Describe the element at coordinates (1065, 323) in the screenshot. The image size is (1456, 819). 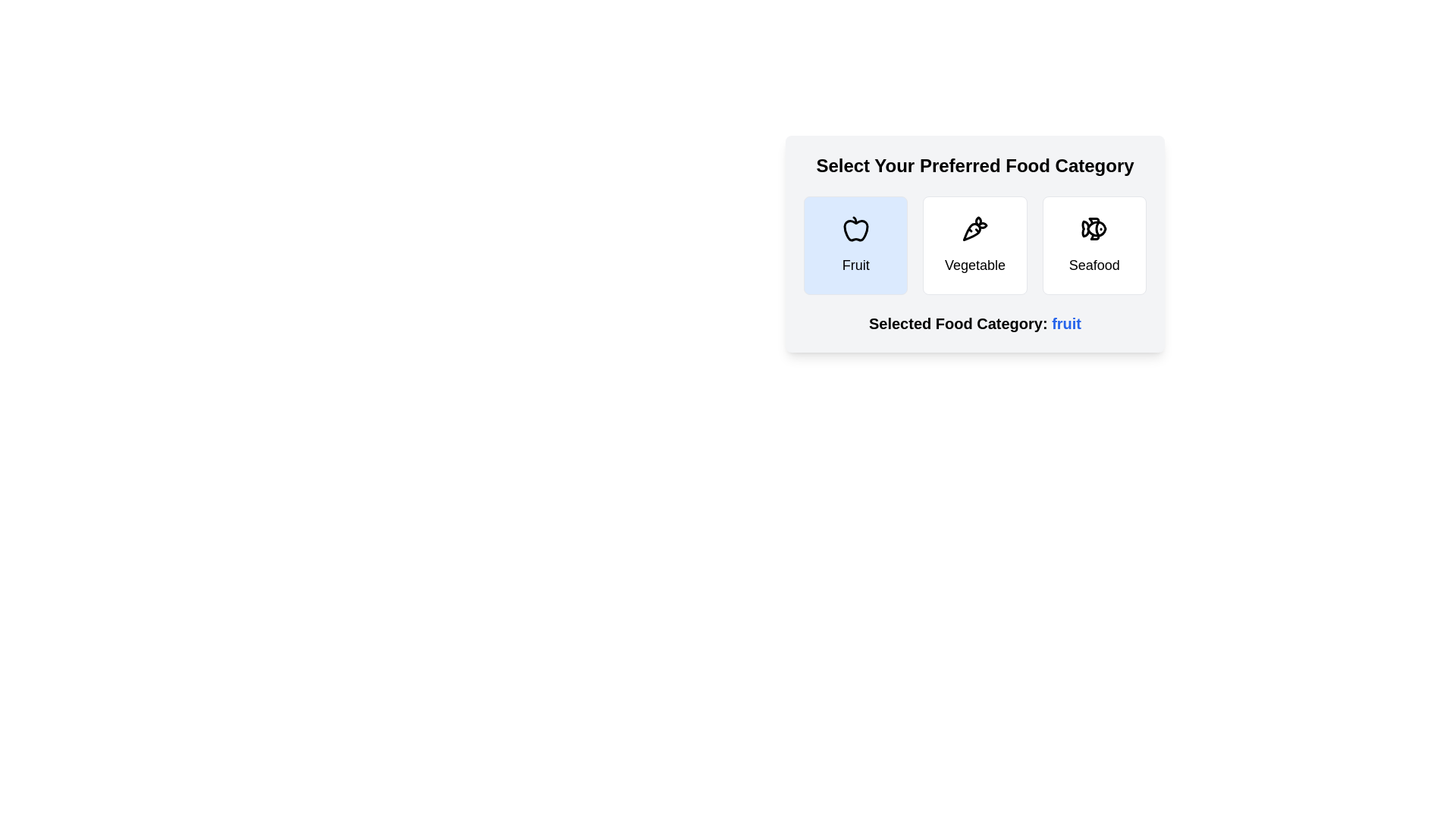
I see `static text element that displays 'fruit', which is styled with blue text and positioned at the end of the phrase 'Selected Food Category:' within a card-like component` at that location.